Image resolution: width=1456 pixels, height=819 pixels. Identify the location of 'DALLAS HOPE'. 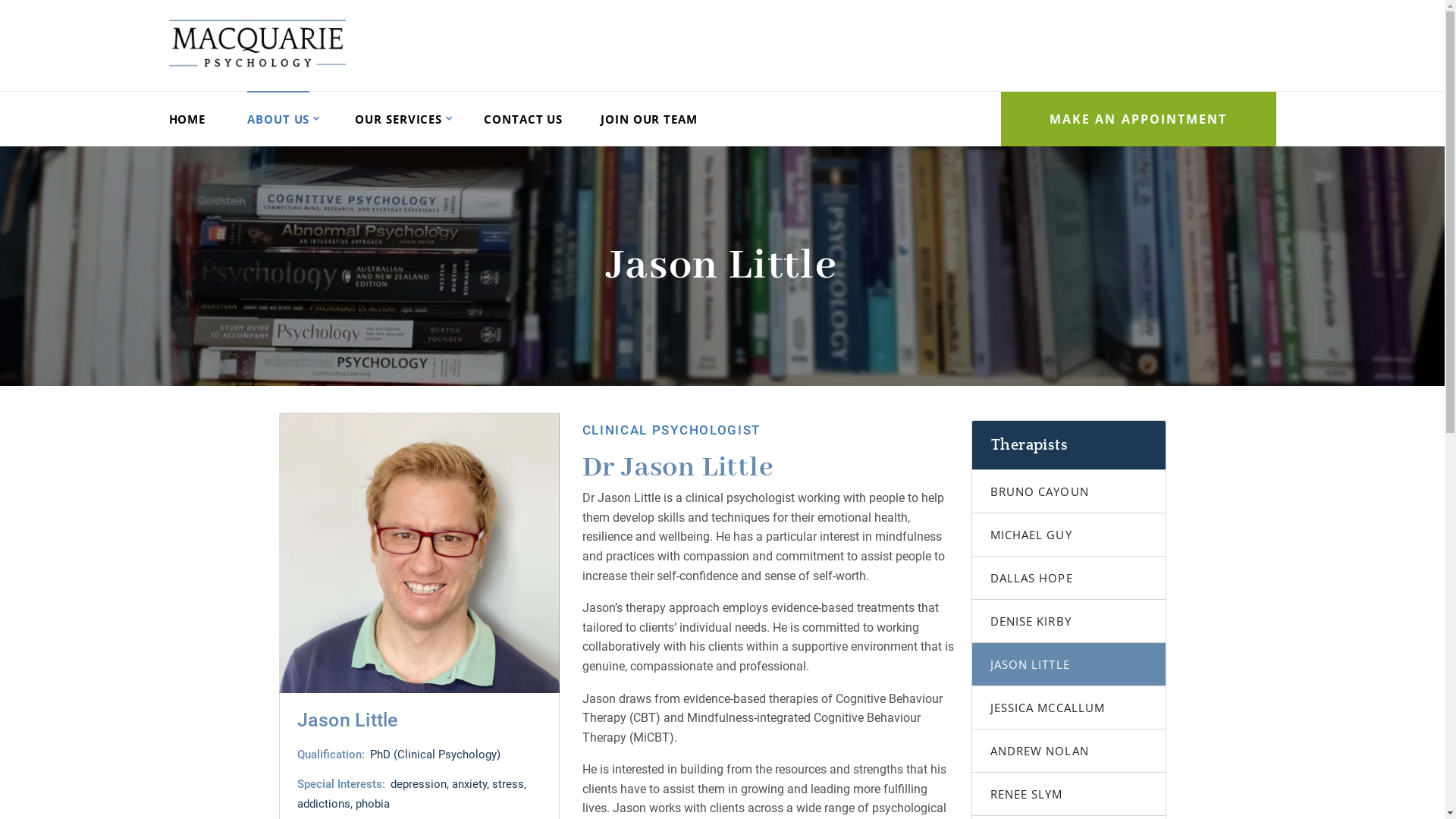
(971, 578).